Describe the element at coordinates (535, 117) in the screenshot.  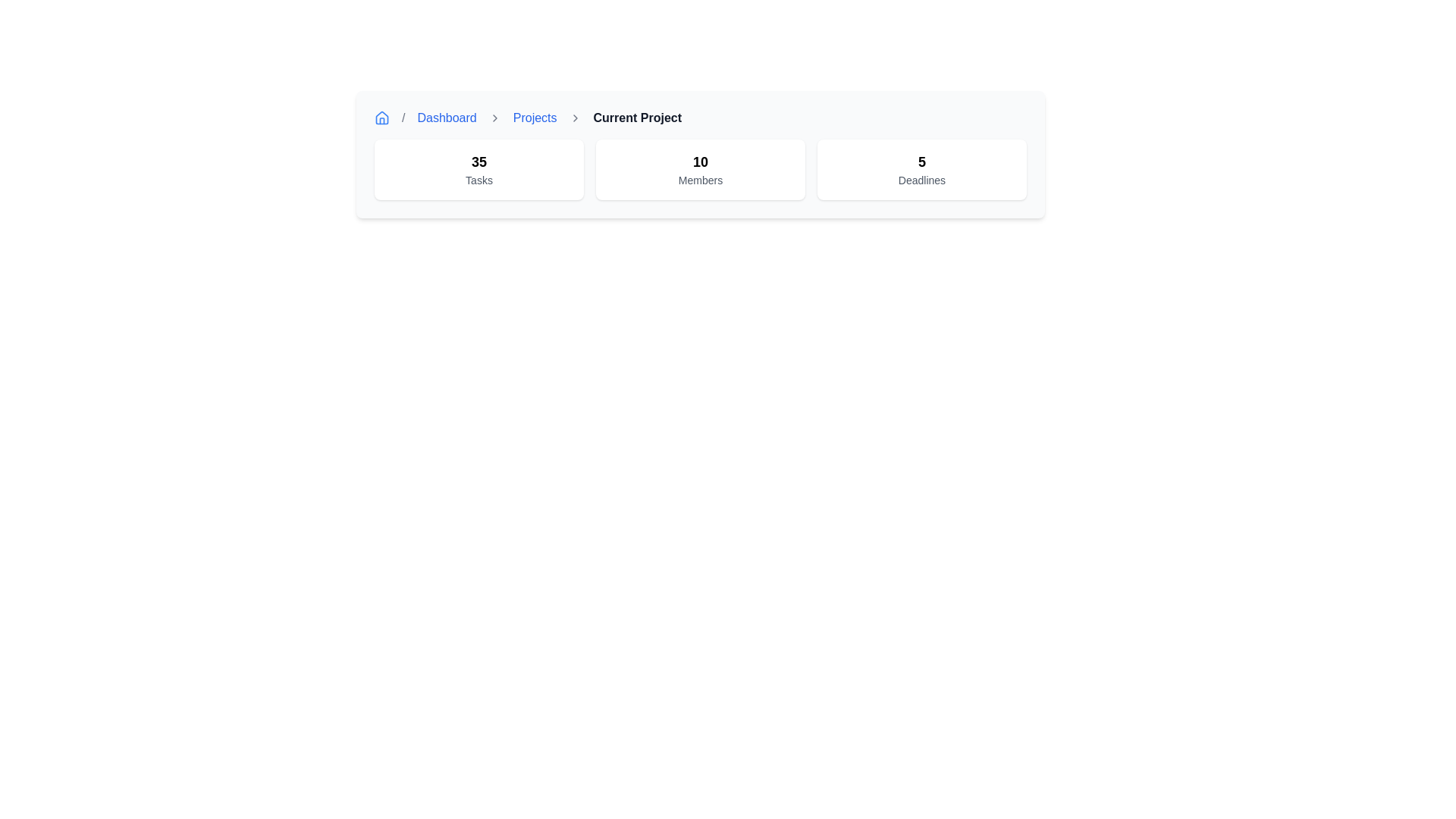
I see `the 'Projects' hyperlink in the breadcrumb navigation bar` at that location.